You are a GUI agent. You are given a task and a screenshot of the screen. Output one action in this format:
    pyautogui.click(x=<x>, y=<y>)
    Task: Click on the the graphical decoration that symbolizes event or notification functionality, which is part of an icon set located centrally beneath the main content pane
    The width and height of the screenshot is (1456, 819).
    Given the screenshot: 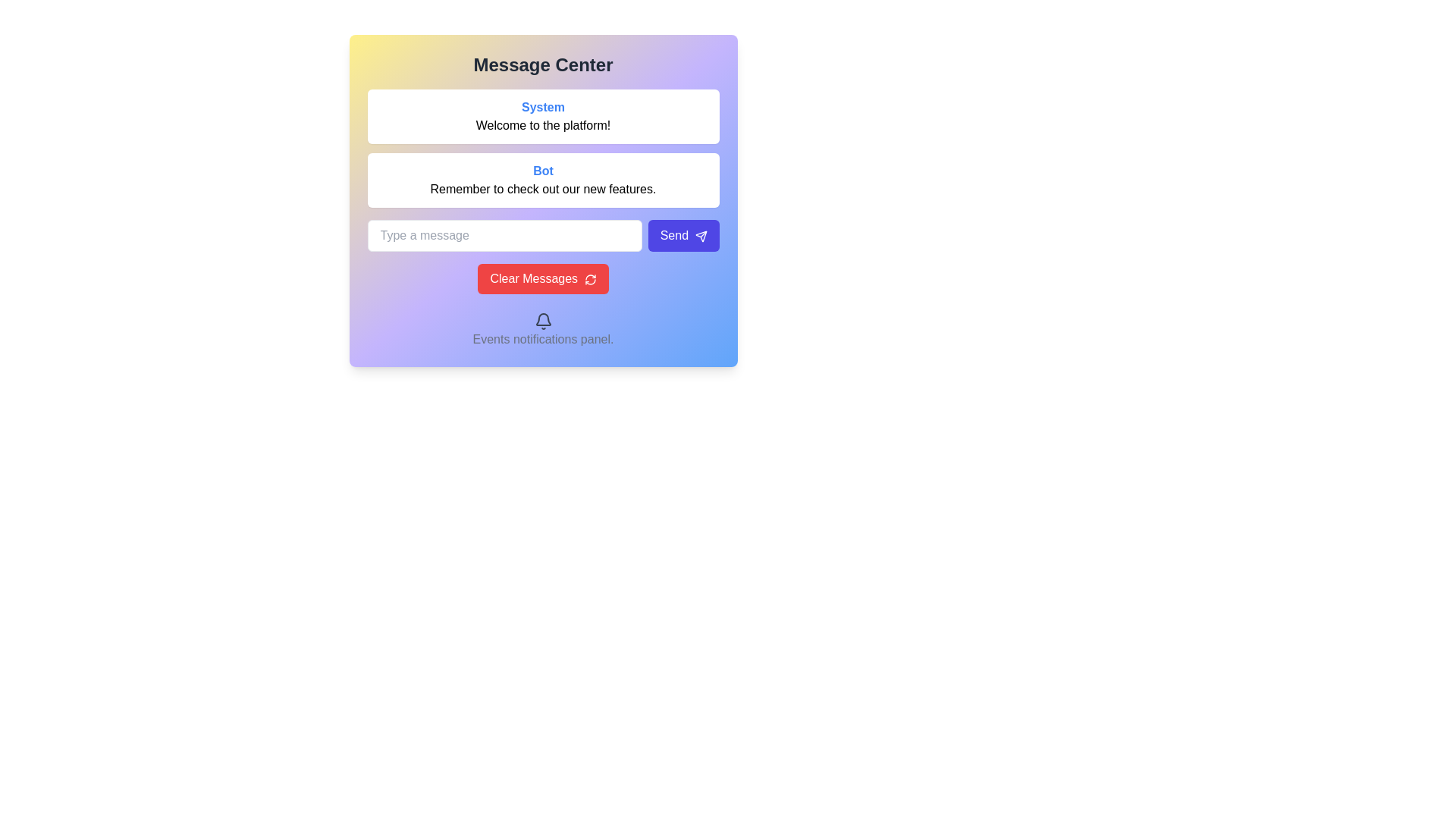 What is the action you would take?
    pyautogui.click(x=543, y=318)
    